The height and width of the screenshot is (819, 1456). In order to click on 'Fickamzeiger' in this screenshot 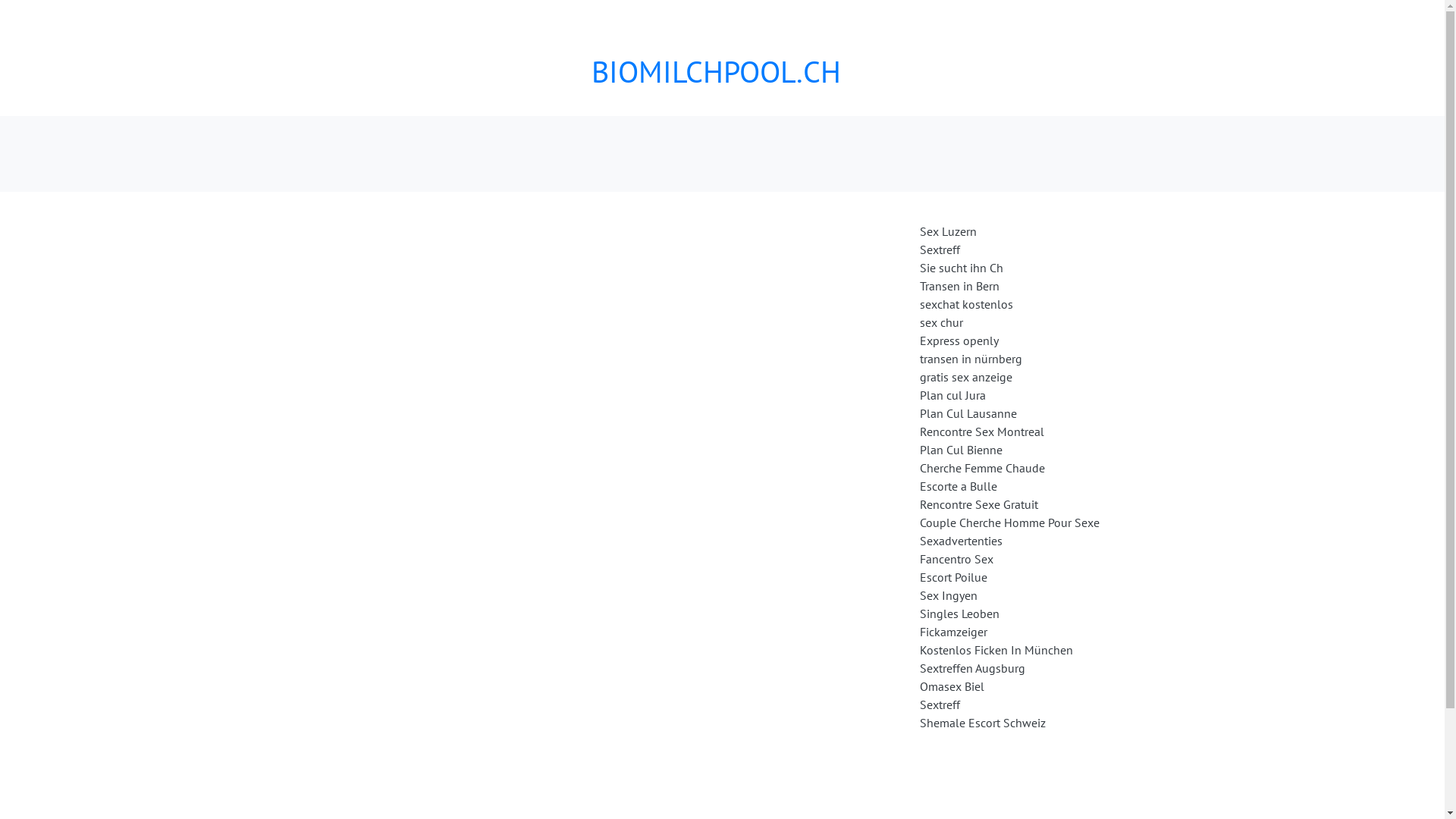, I will do `click(918, 632)`.